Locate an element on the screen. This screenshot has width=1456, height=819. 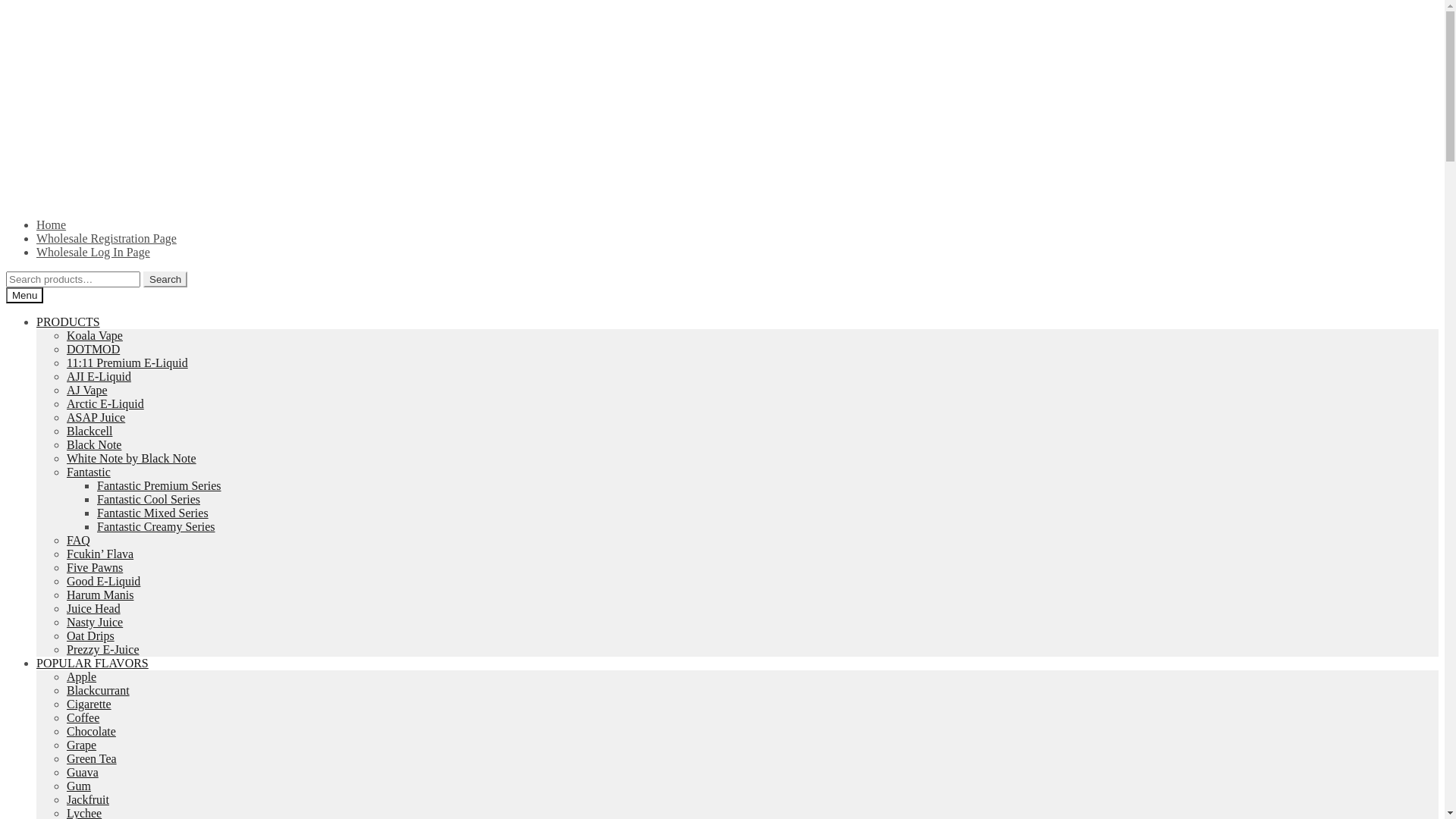
'DOTMOD' is located at coordinates (93, 349).